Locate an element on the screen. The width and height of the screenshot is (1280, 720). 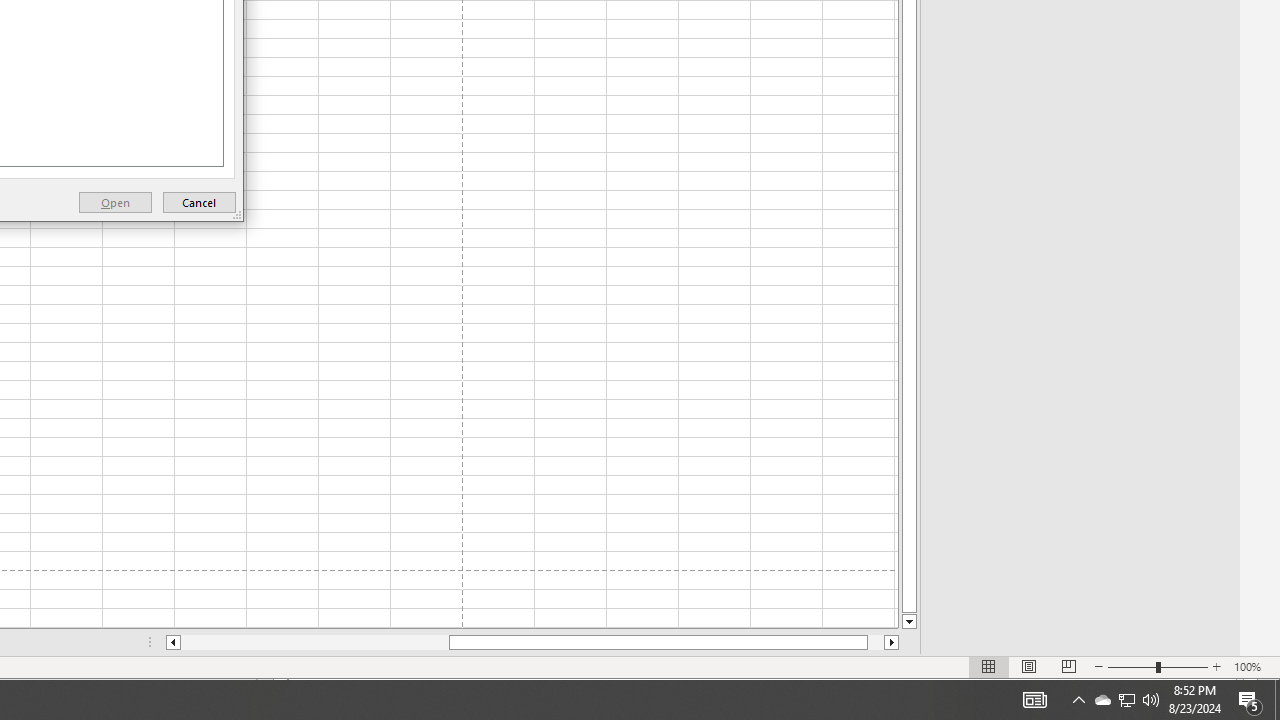
'Zoom In' is located at coordinates (1216, 667).